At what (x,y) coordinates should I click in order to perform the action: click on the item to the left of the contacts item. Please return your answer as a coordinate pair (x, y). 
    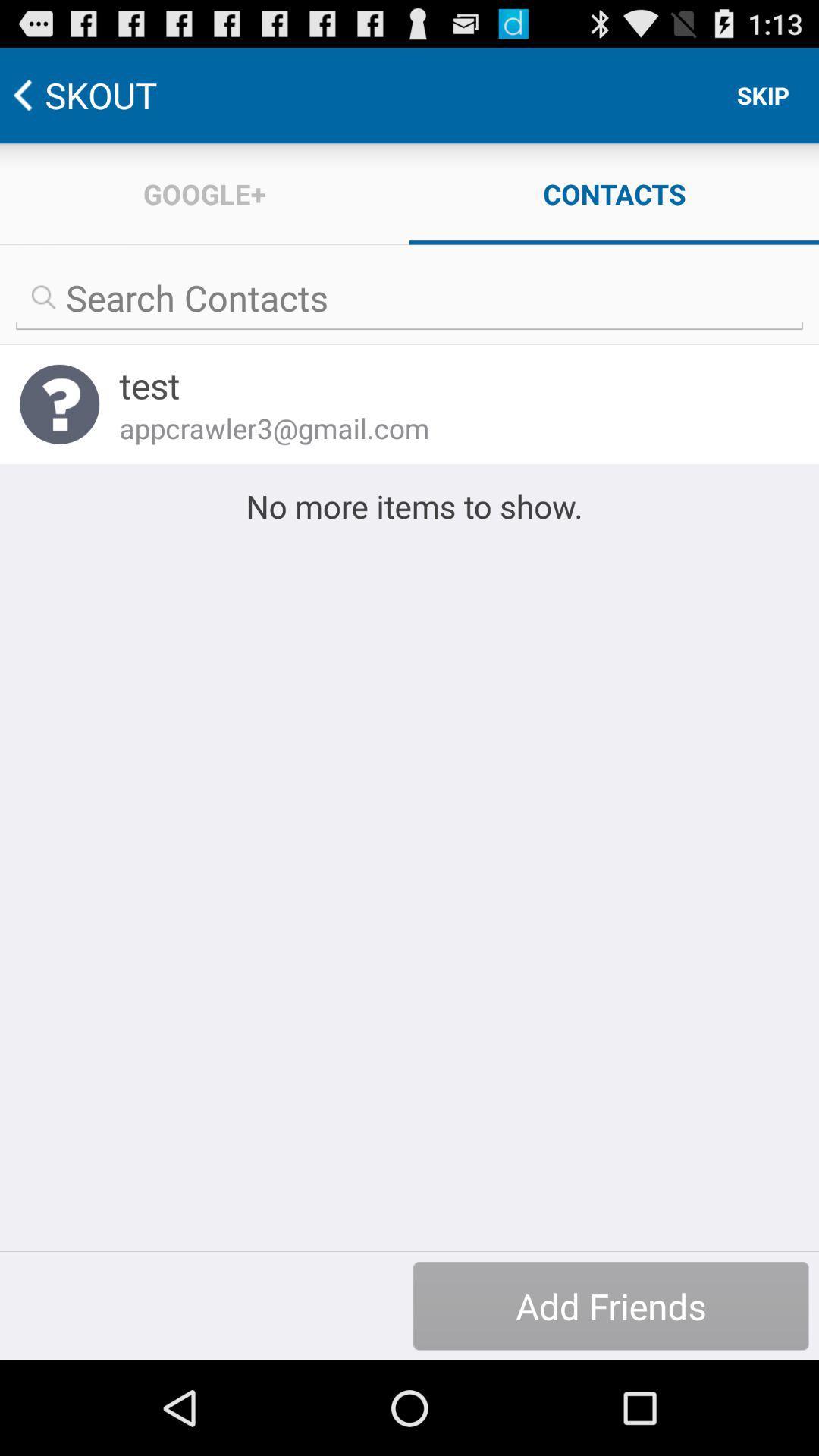
    Looking at the image, I should click on (205, 193).